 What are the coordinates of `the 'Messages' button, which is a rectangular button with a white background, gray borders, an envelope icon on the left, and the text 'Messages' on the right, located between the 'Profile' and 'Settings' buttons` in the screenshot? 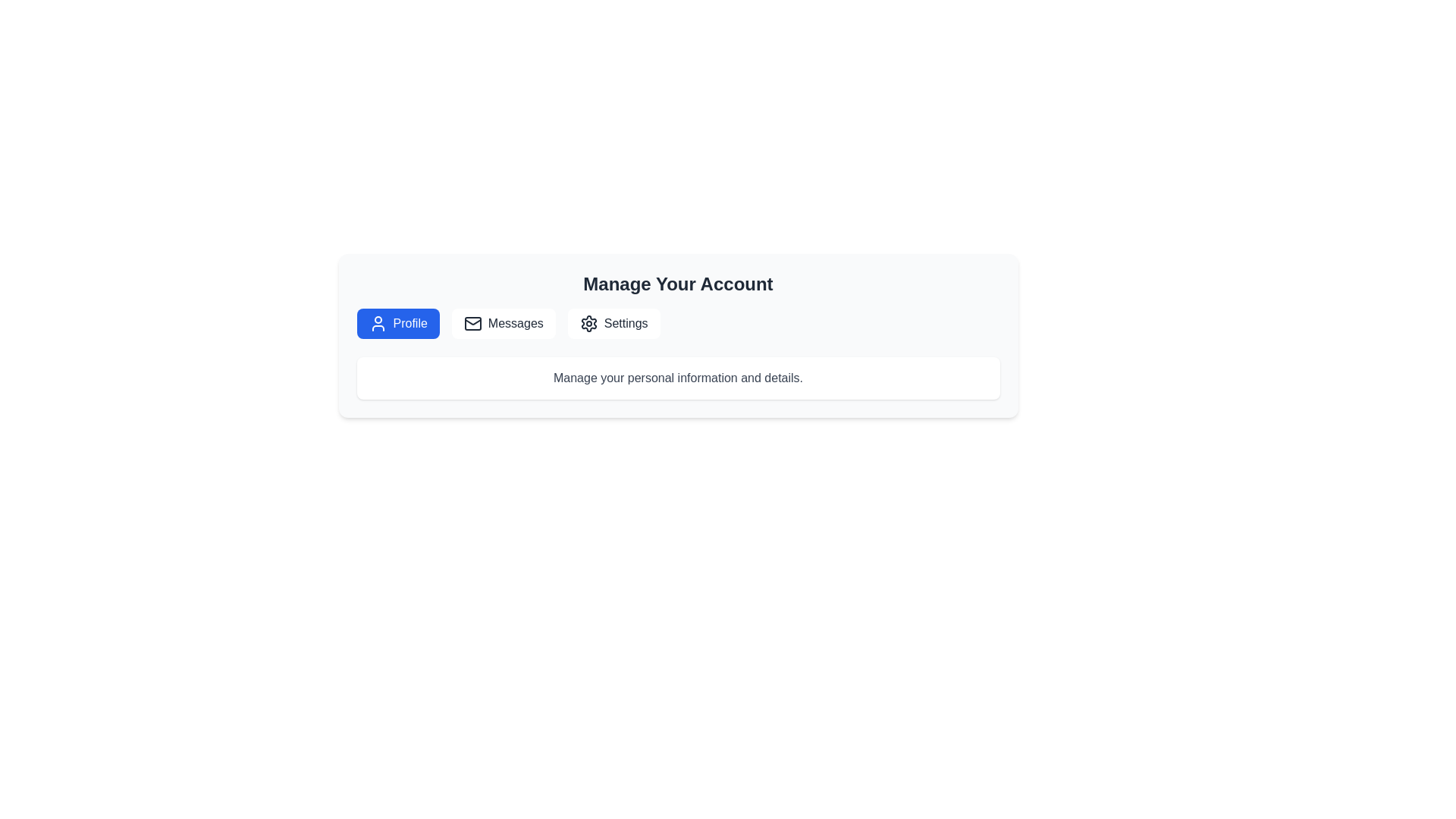 It's located at (504, 323).